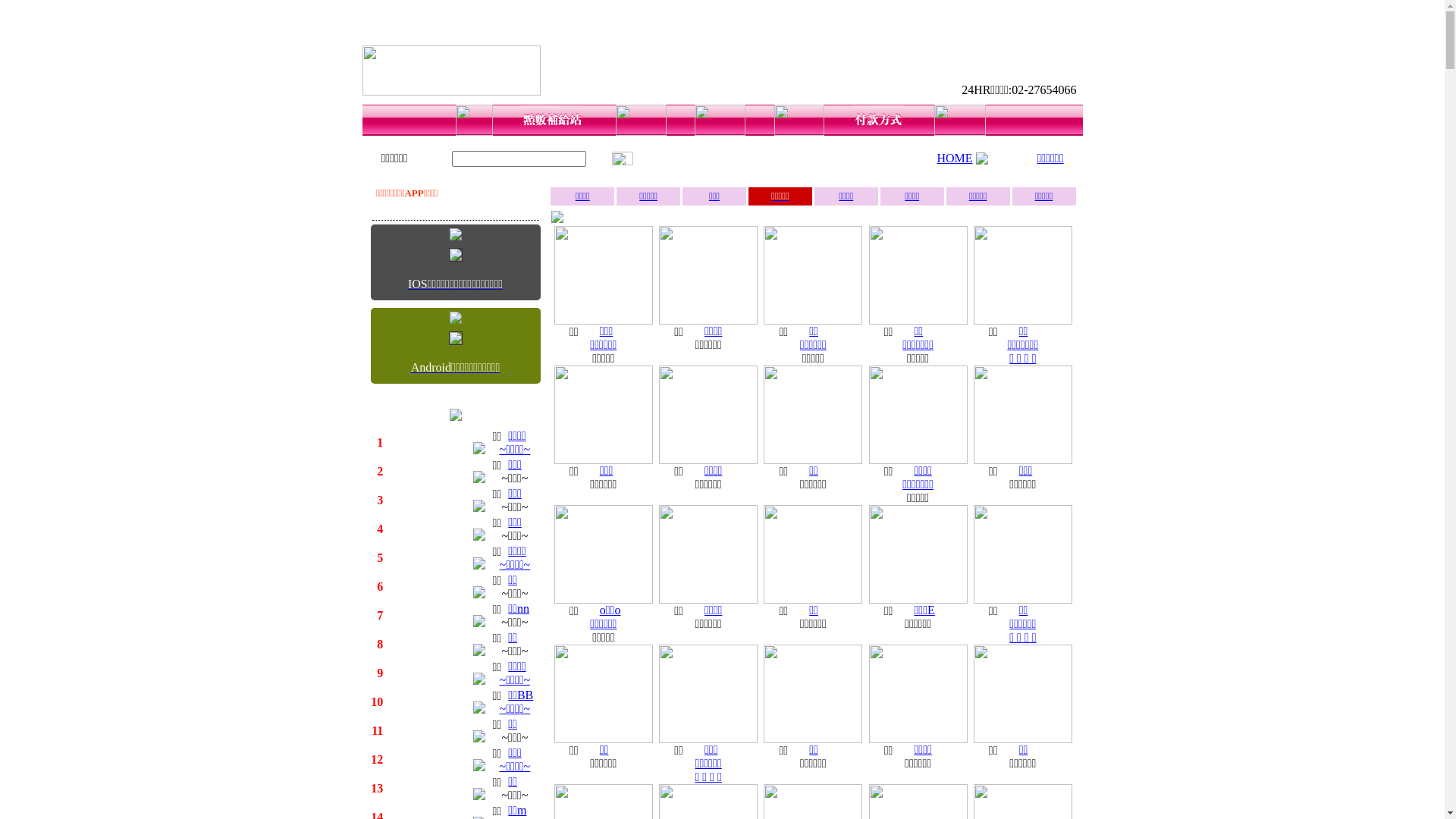  Describe the element at coordinates (935, 158) in the screenshot. I see `'HOME'` at that location.